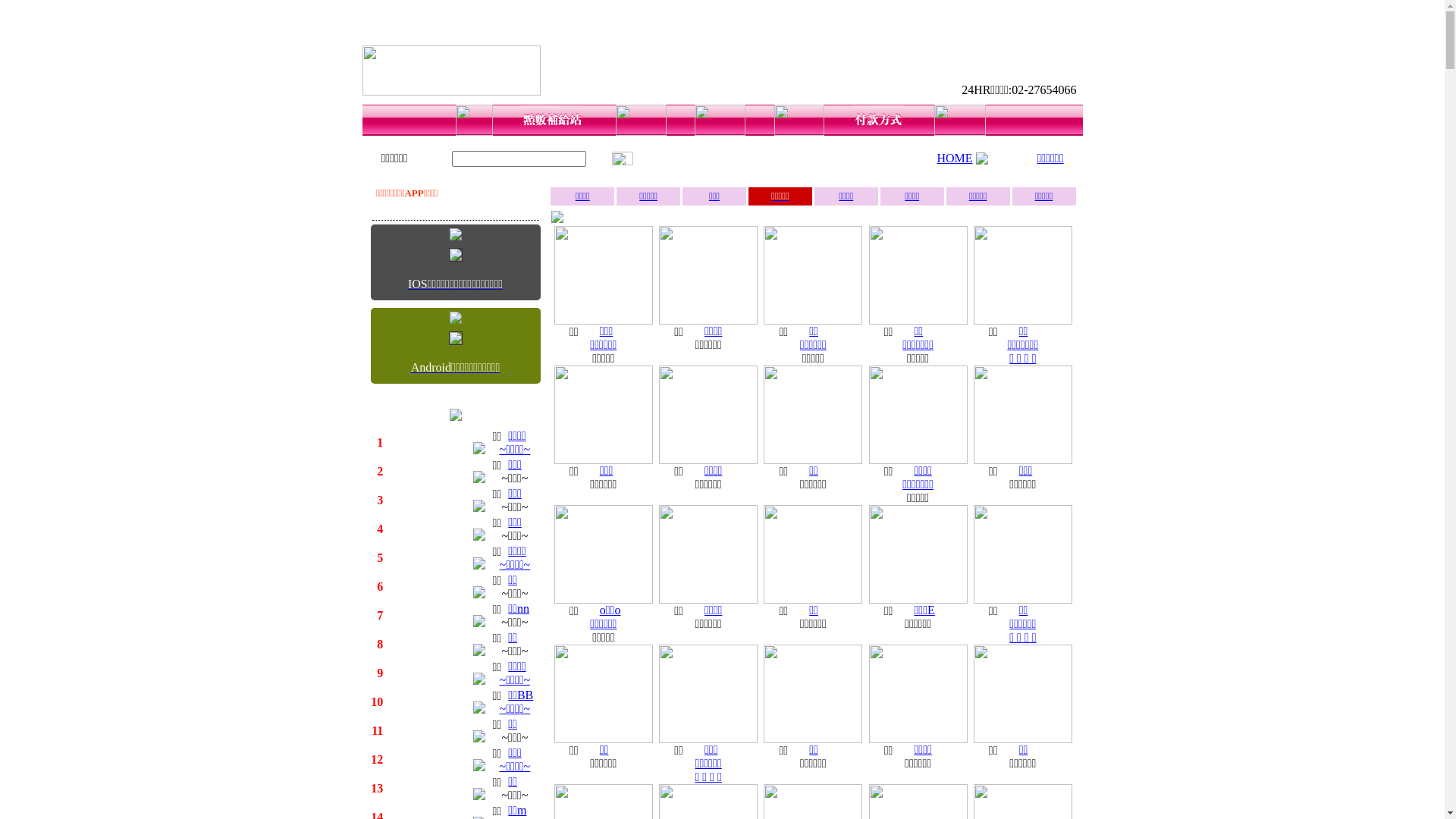  Describe the element at coordinates (935, 158) in the screenshot. I see `'HOME'` at that location.